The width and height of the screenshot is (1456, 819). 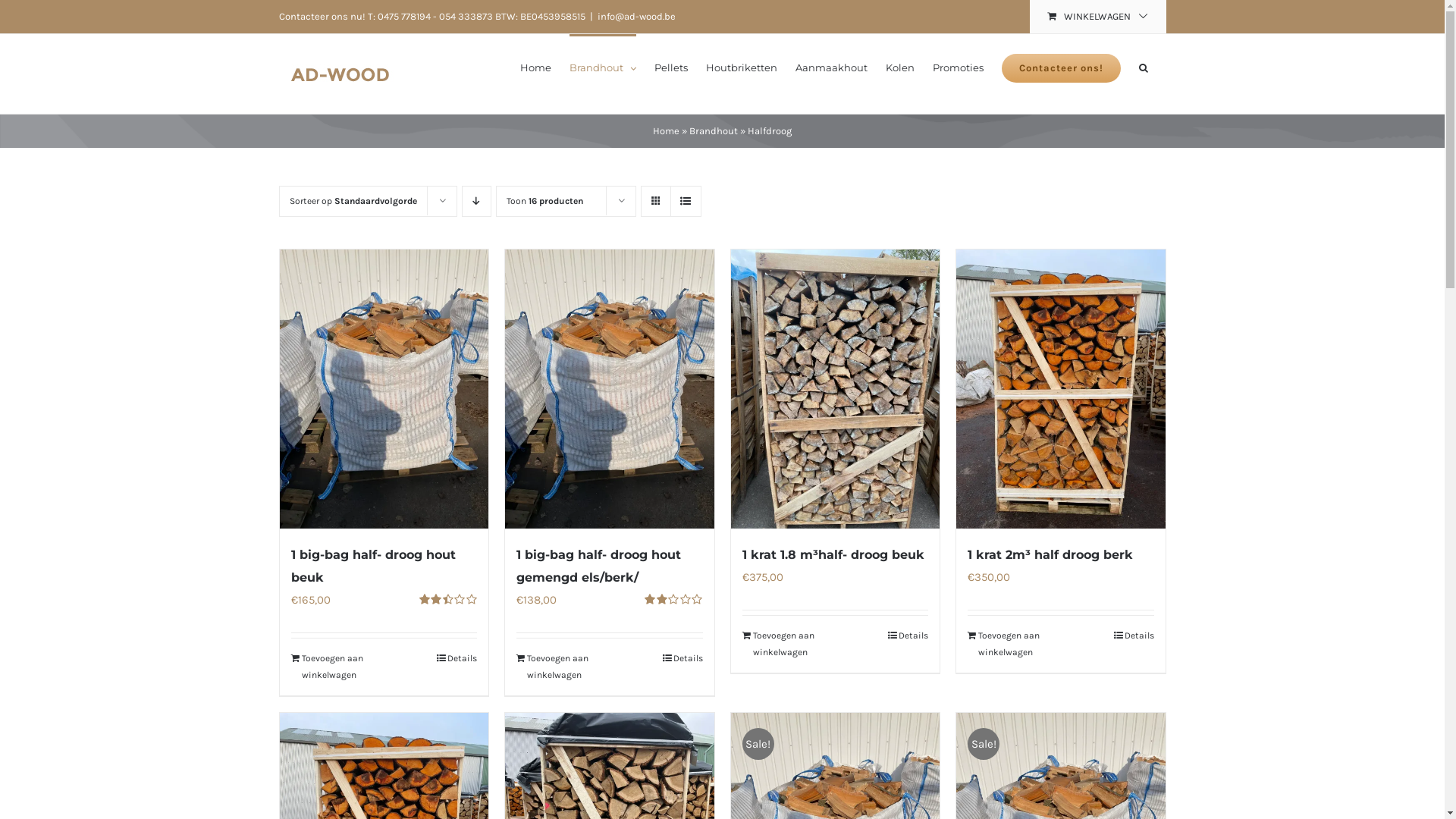 What do you see at coordinates (830, 66) in the screenshot?
I see `'Aanmaakhout'` at bounding box center [830, 66].